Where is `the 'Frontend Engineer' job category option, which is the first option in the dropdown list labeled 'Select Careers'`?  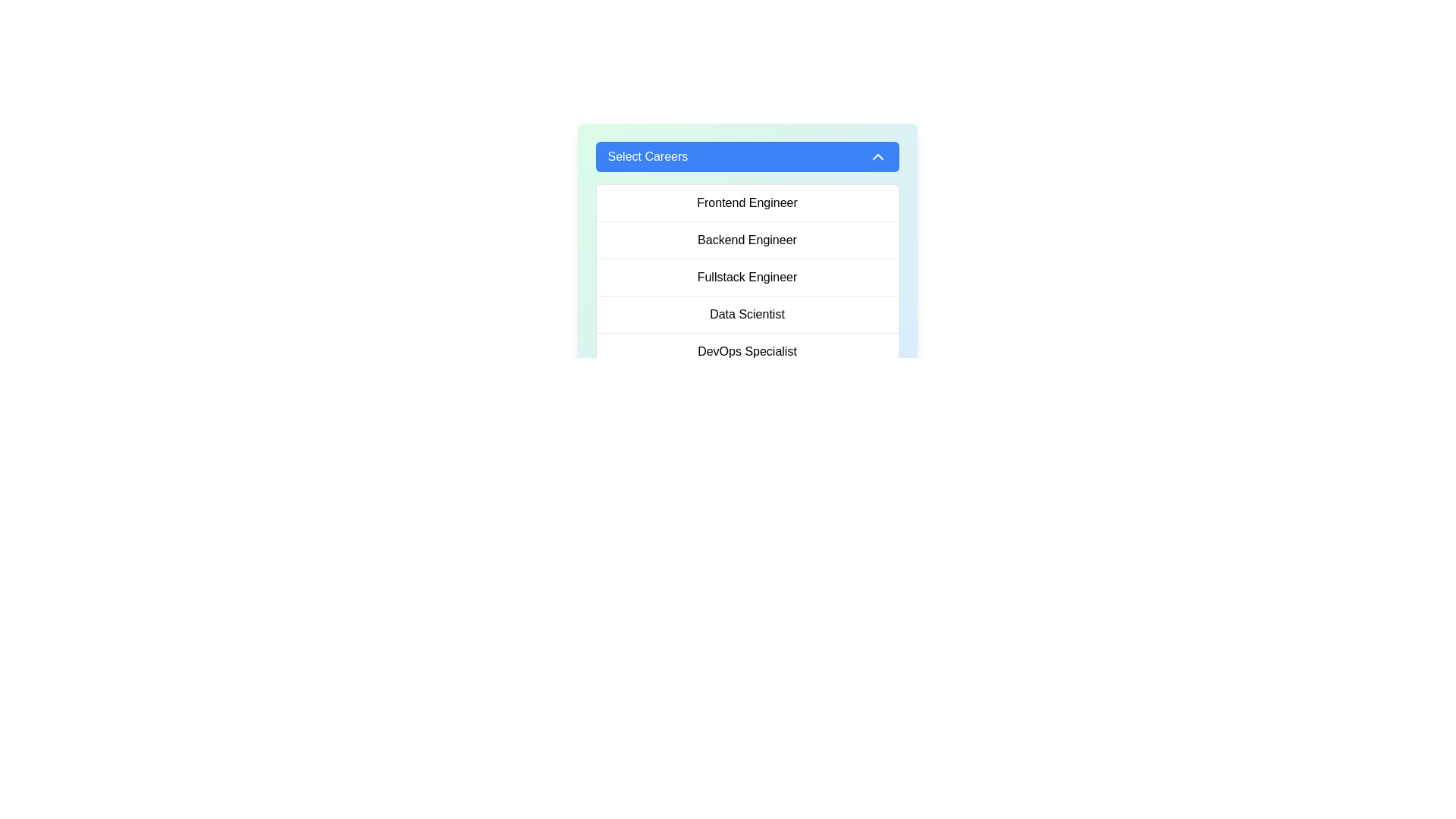
the 'Frontend Engineer' job category option, which is the first option in the dropdown list labeled 'Select Careers' is located at coordinates (747, 202).